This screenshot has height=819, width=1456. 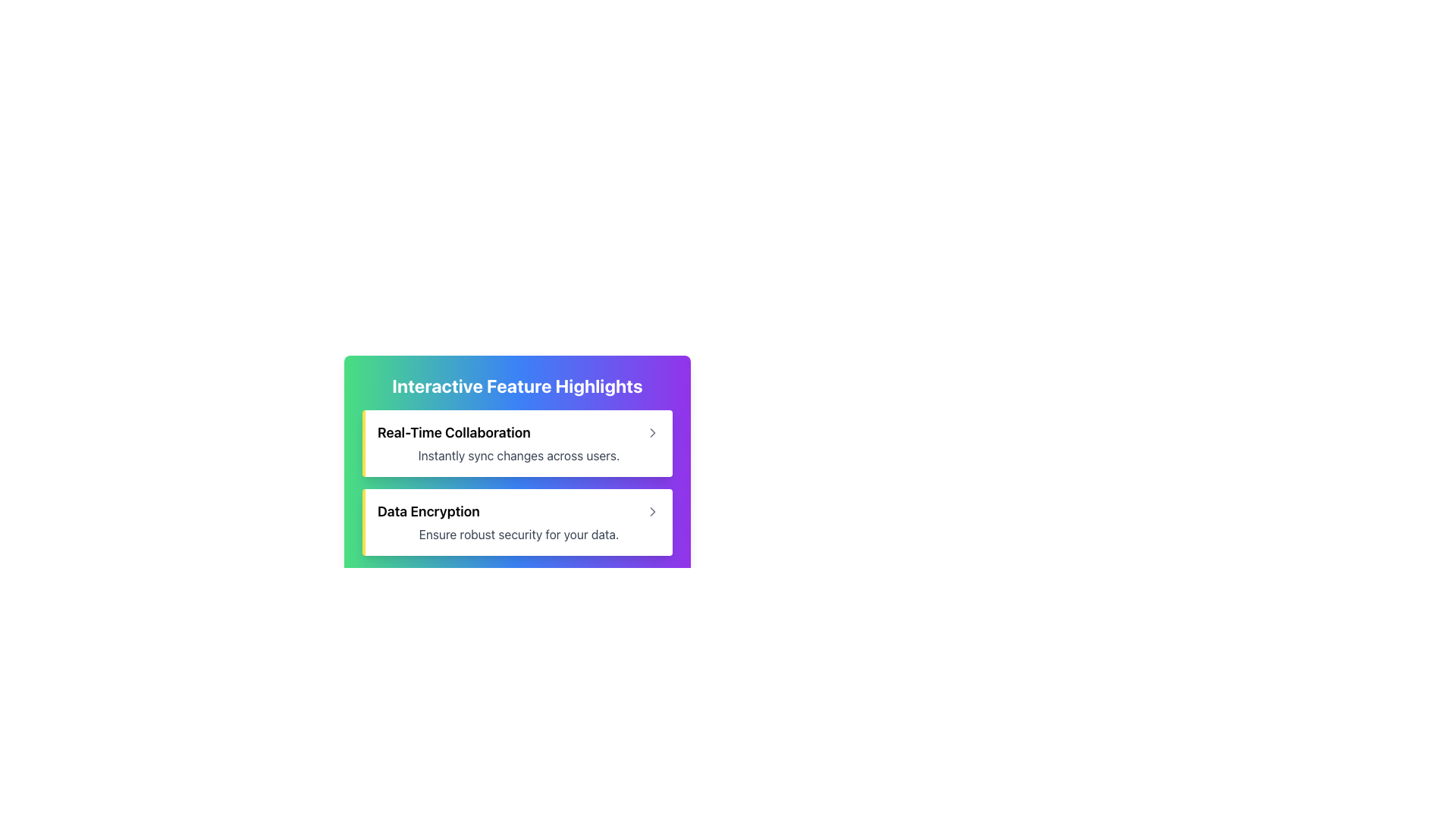 I want to click on the first card in the vertical stack titled 'Real-Time Collaboration', so click(x=517, y=444).